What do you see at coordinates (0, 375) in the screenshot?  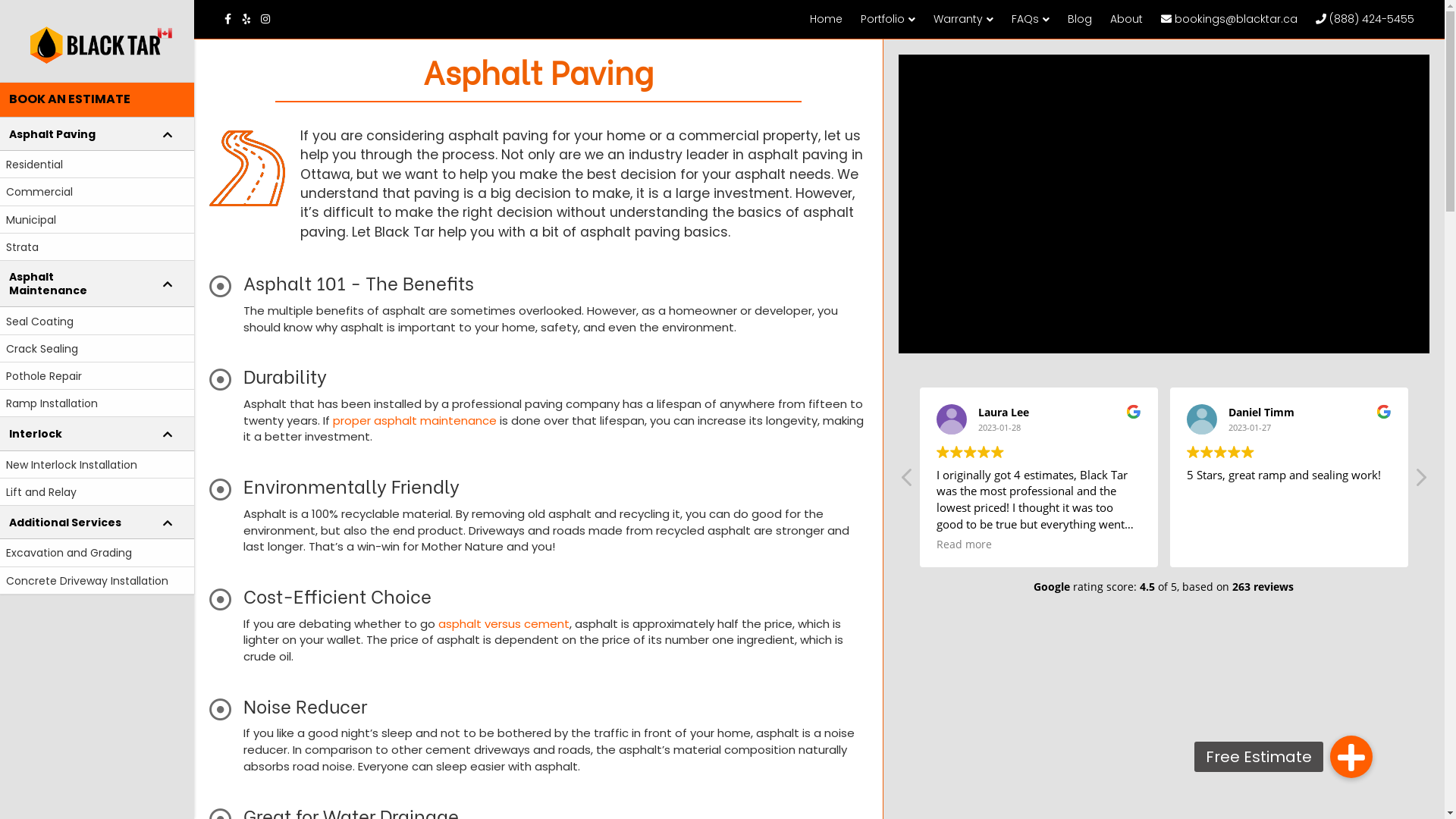 I see `'Pothole Repair'` at bounding box center [0, 375].